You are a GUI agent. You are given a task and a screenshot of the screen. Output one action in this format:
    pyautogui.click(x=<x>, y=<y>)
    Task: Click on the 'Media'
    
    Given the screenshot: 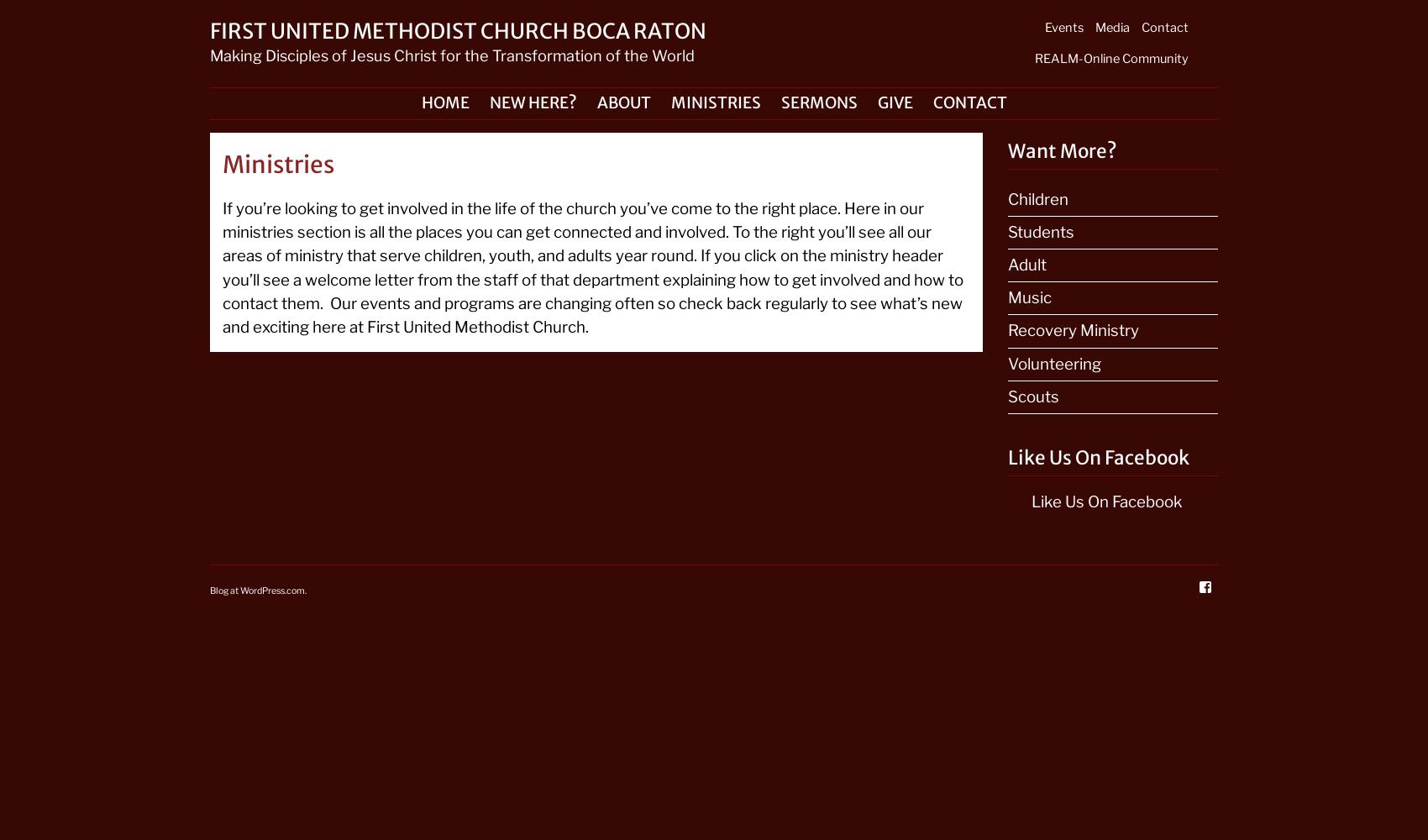 What is the action you would take?
    pyautogui.click(x=1112, y=28)
    